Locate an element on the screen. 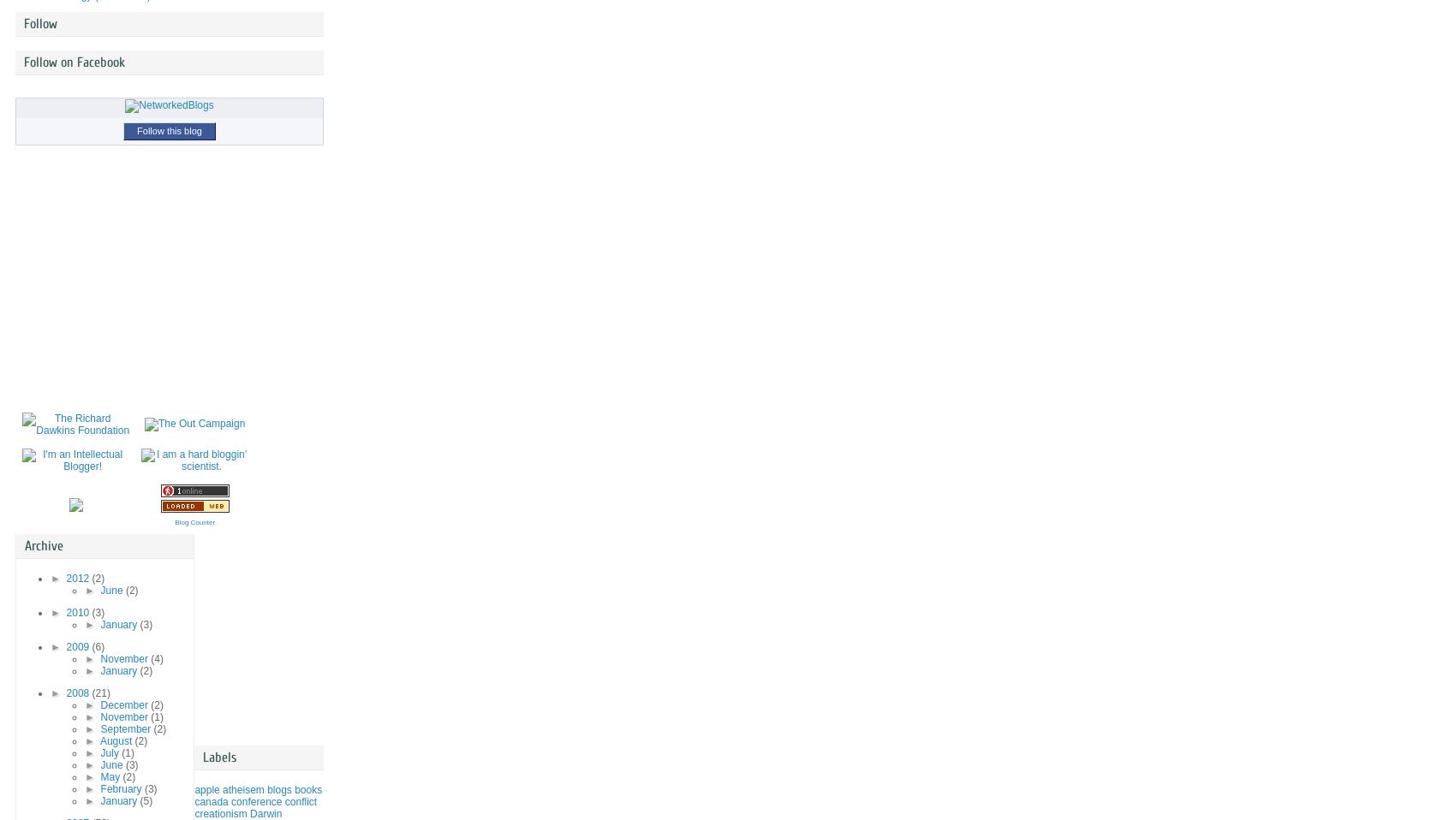  'books' is located at coordinates (294, 790).